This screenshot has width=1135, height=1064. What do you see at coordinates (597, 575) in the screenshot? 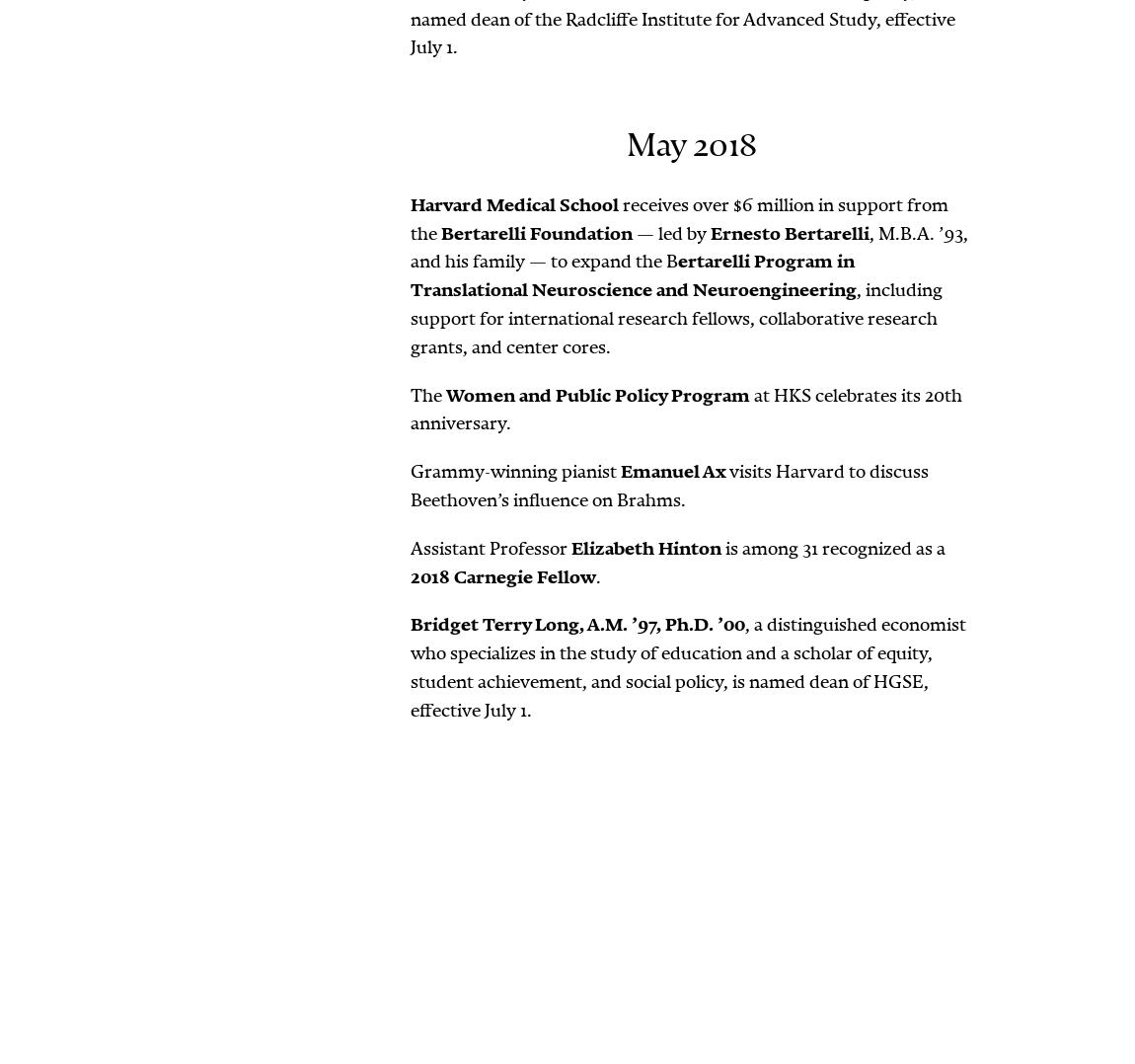
I see `'.'` at bounding box center [597, 575].